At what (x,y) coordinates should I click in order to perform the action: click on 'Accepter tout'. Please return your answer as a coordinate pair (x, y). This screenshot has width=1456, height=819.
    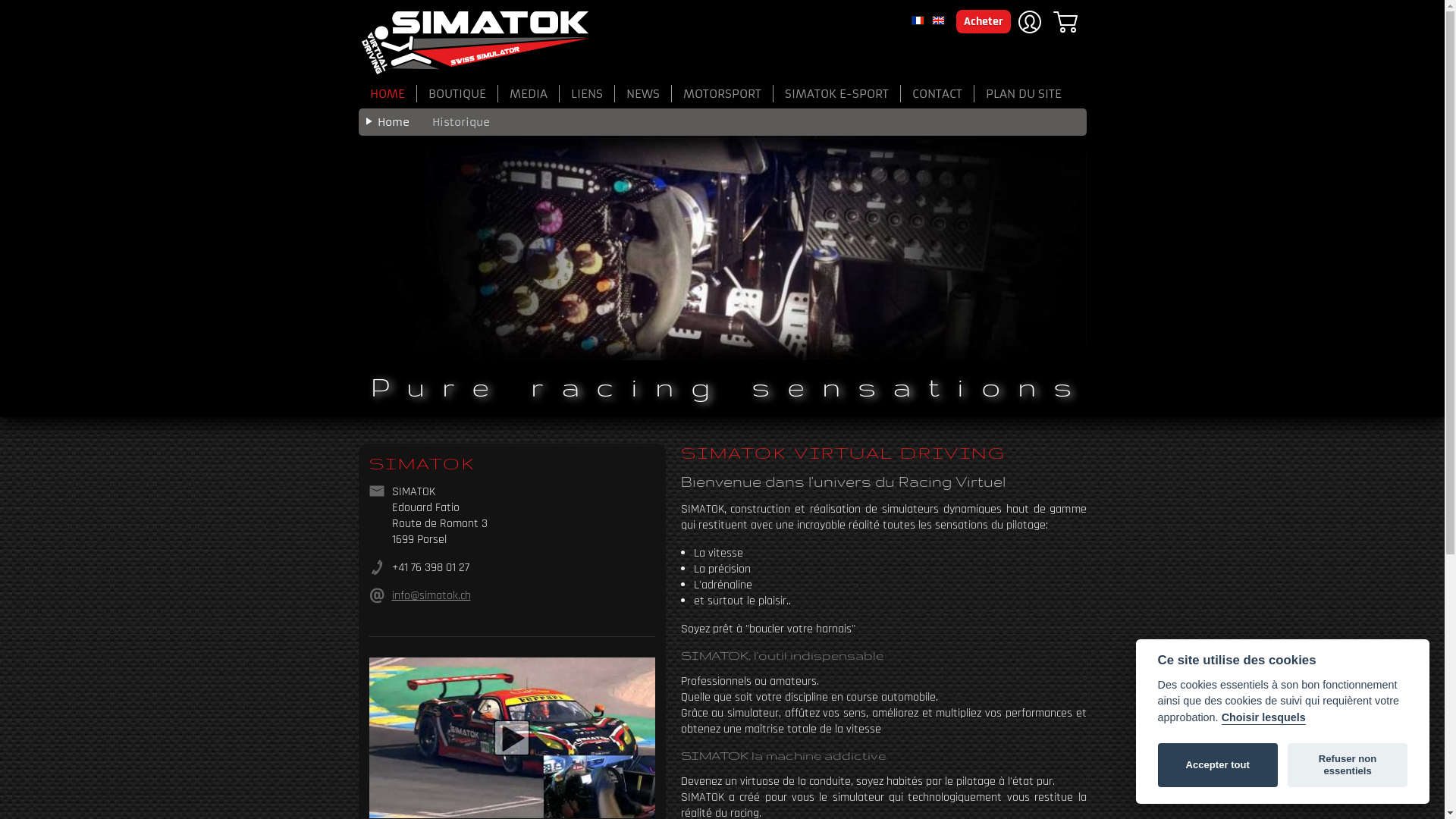
    Looking at the image, I should click on (1156, 765).